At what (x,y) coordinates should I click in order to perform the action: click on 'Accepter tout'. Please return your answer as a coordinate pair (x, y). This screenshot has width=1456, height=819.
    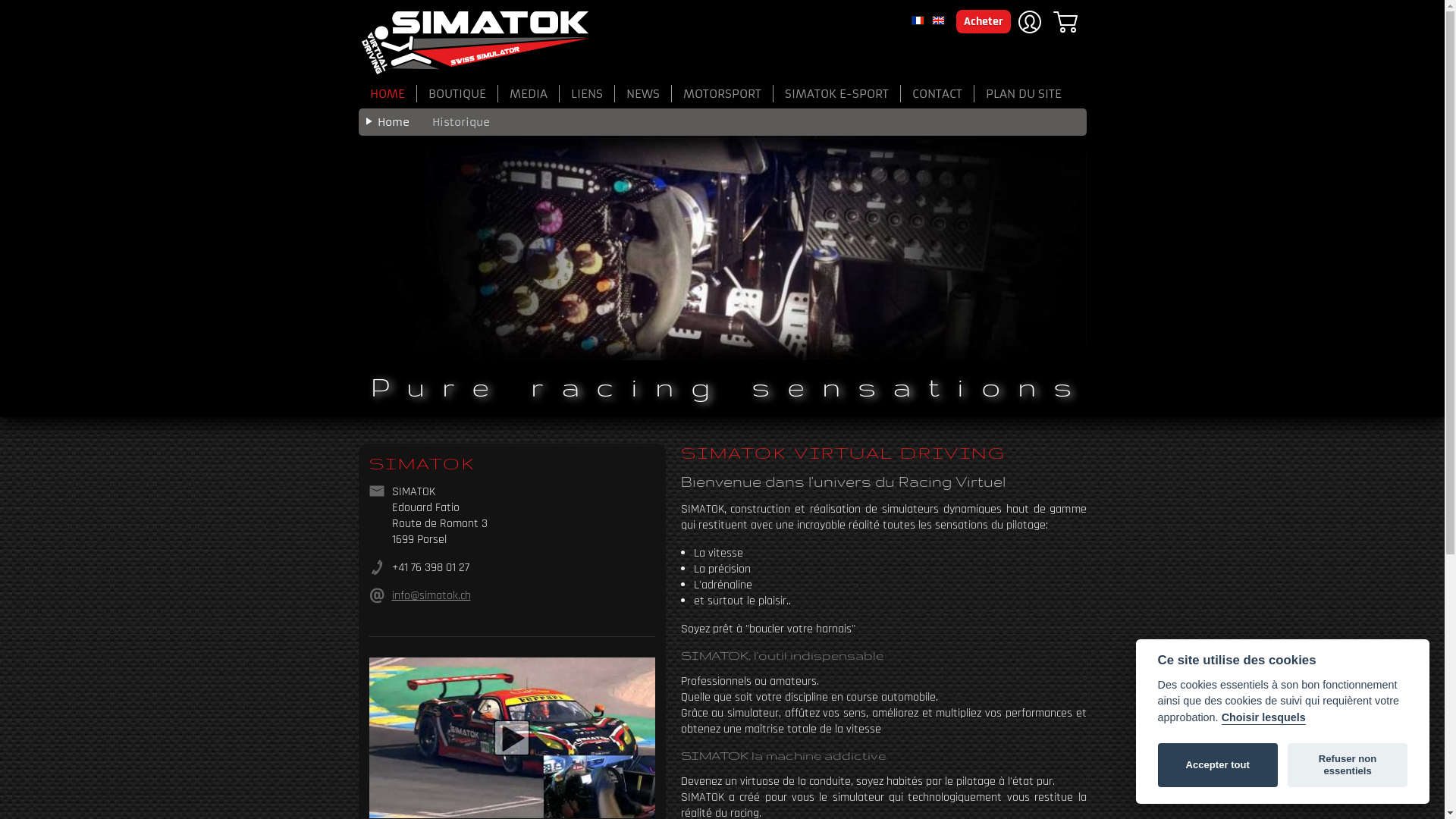
    Looking at the image, I should click on (1156, 765).